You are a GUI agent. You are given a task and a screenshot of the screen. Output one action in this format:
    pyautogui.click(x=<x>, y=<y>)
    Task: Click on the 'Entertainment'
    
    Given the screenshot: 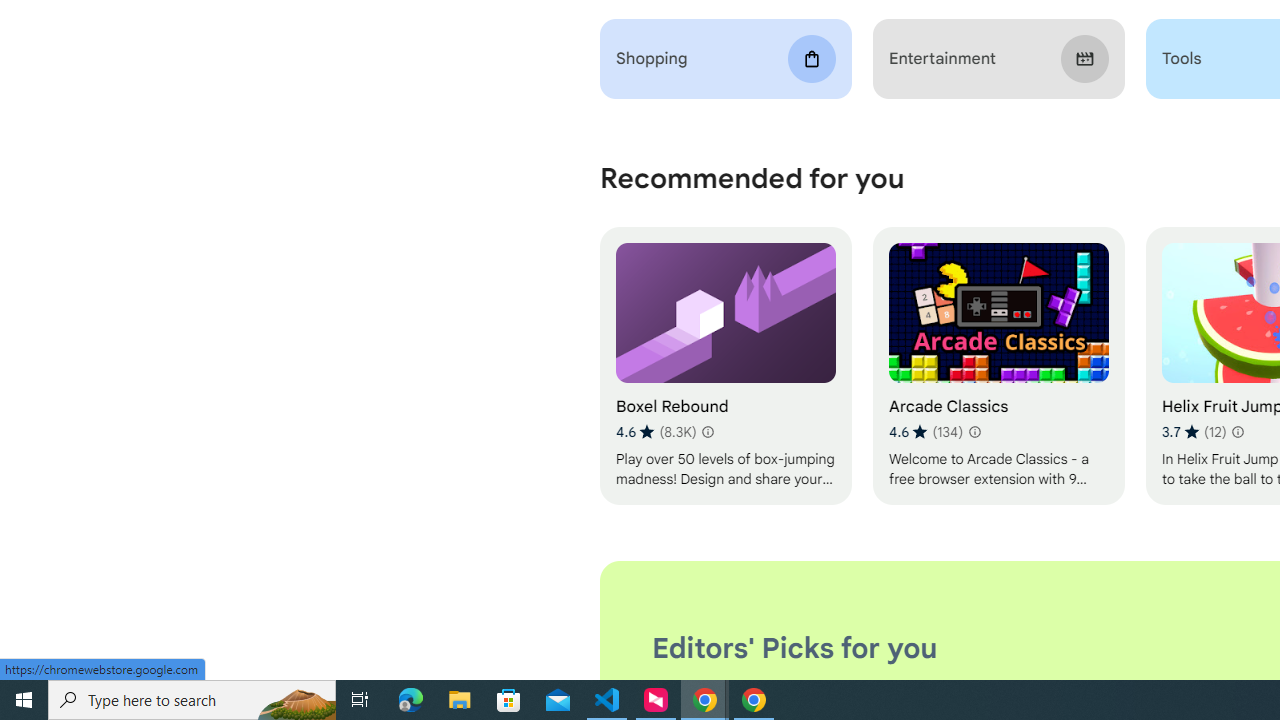 What is the action you would take?
    pyautogui.click(x=998, y=58)
    